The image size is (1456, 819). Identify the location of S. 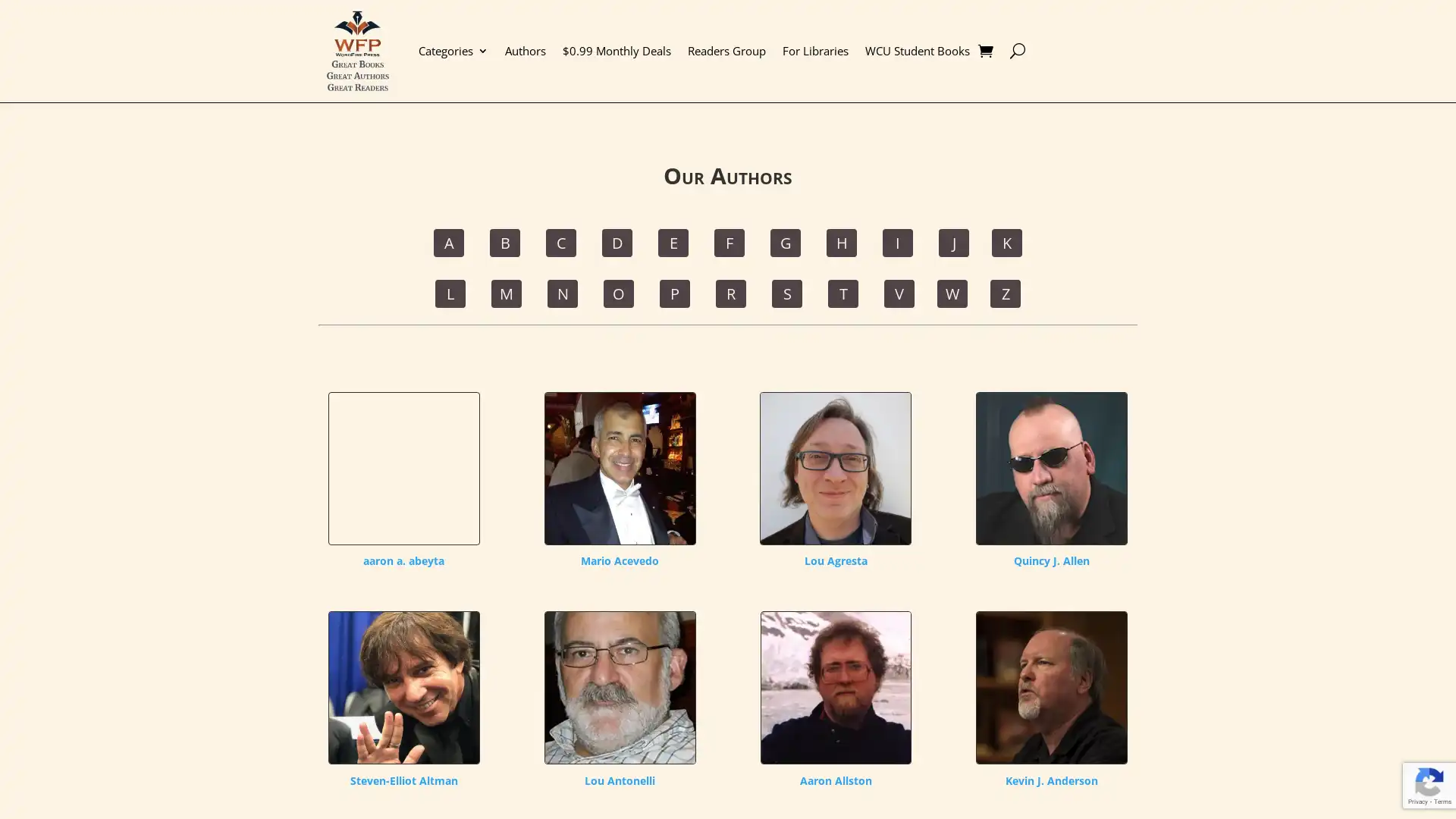
(786, 293).